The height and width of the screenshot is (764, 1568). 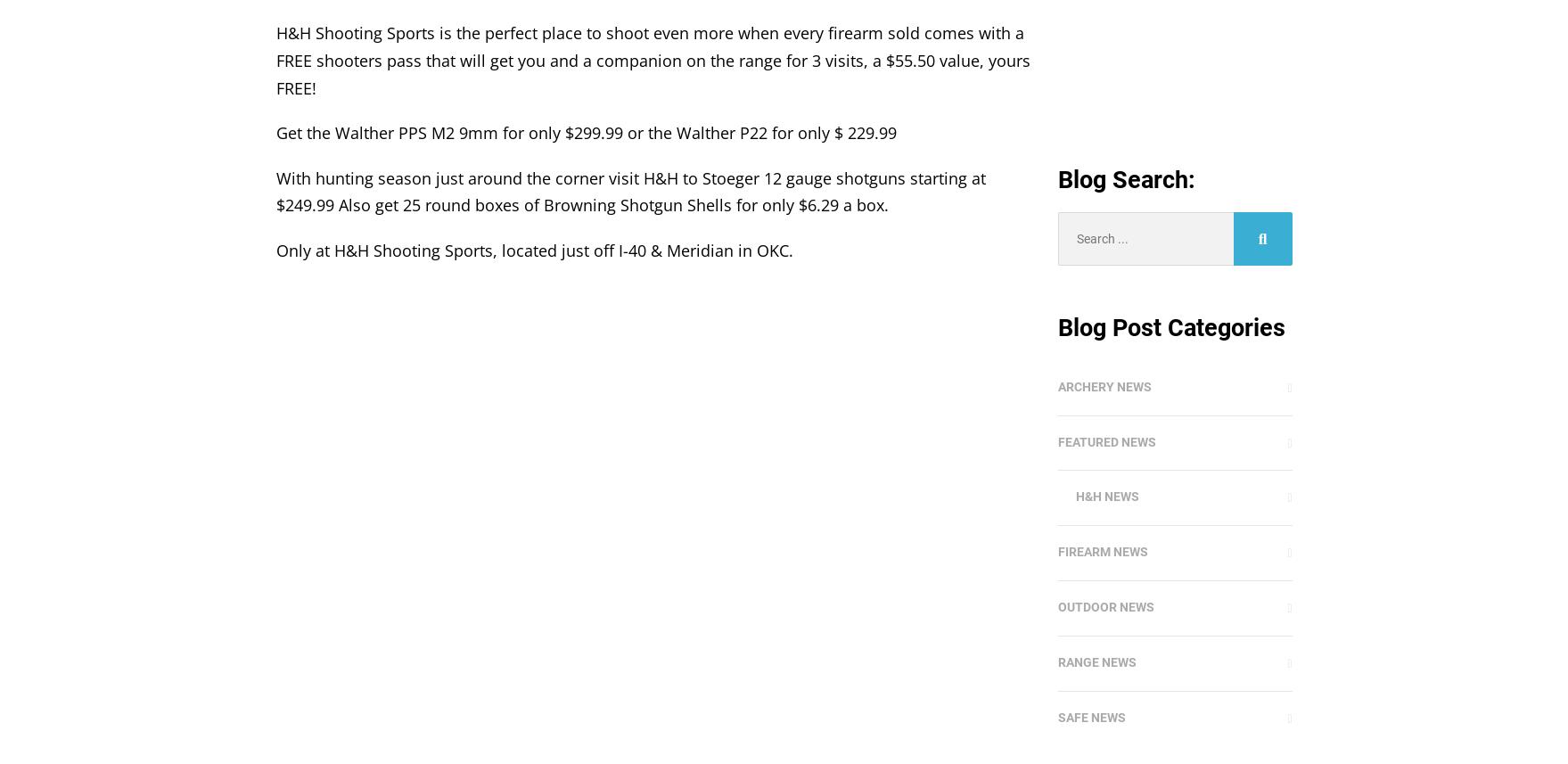 What do you see at coordinates (629, 190) in the screenshot?
I see `'With hunting season just around the corner visit H&H to Stoeger 12 gauge shotguns starting at $249.99 Also get 25 round boxes of Browning Shotgun Shells for only $6.29 a box.'` at bounding box center [629, 190].